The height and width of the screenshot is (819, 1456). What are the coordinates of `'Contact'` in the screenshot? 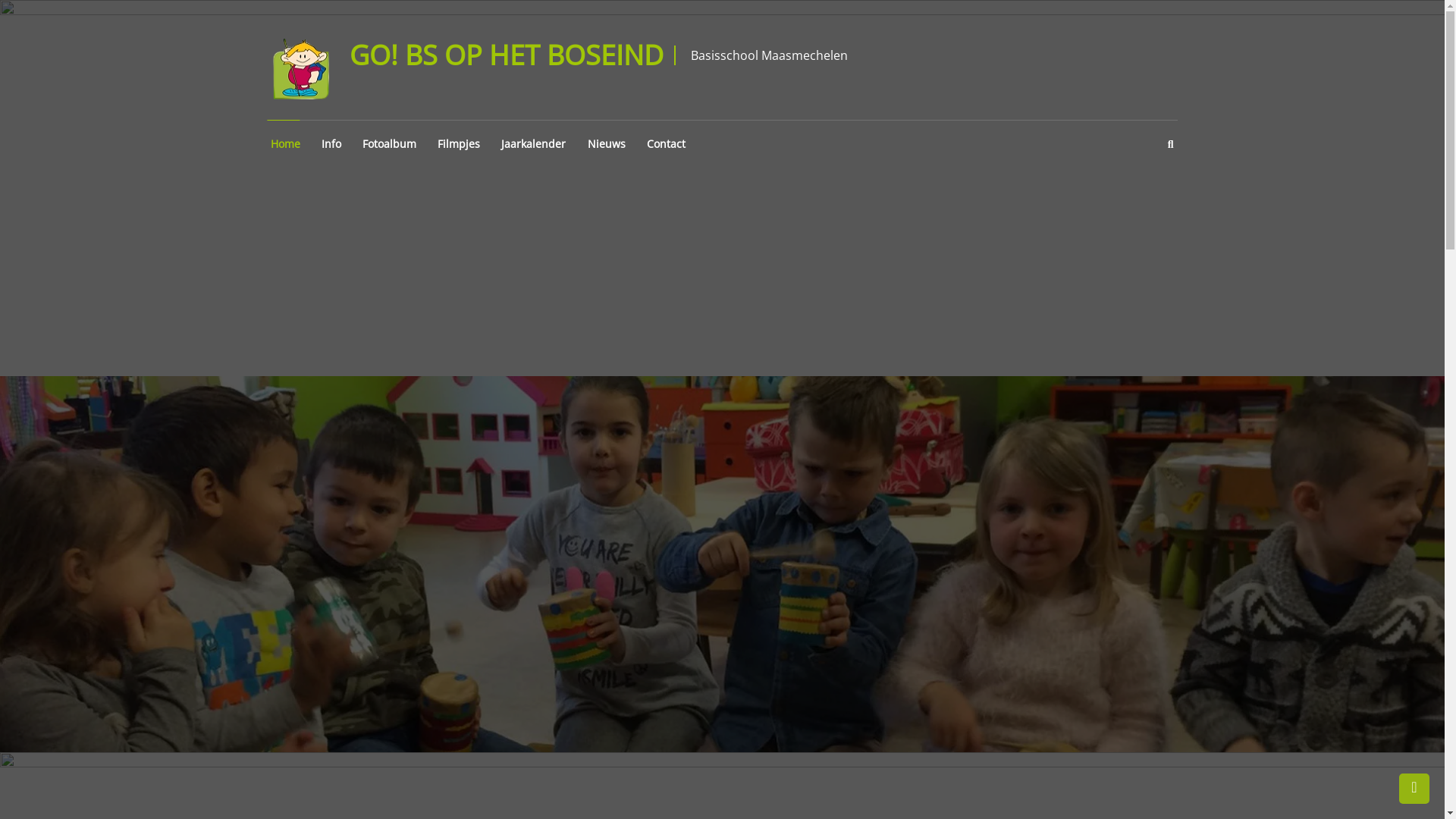 It's located at (644, 143).